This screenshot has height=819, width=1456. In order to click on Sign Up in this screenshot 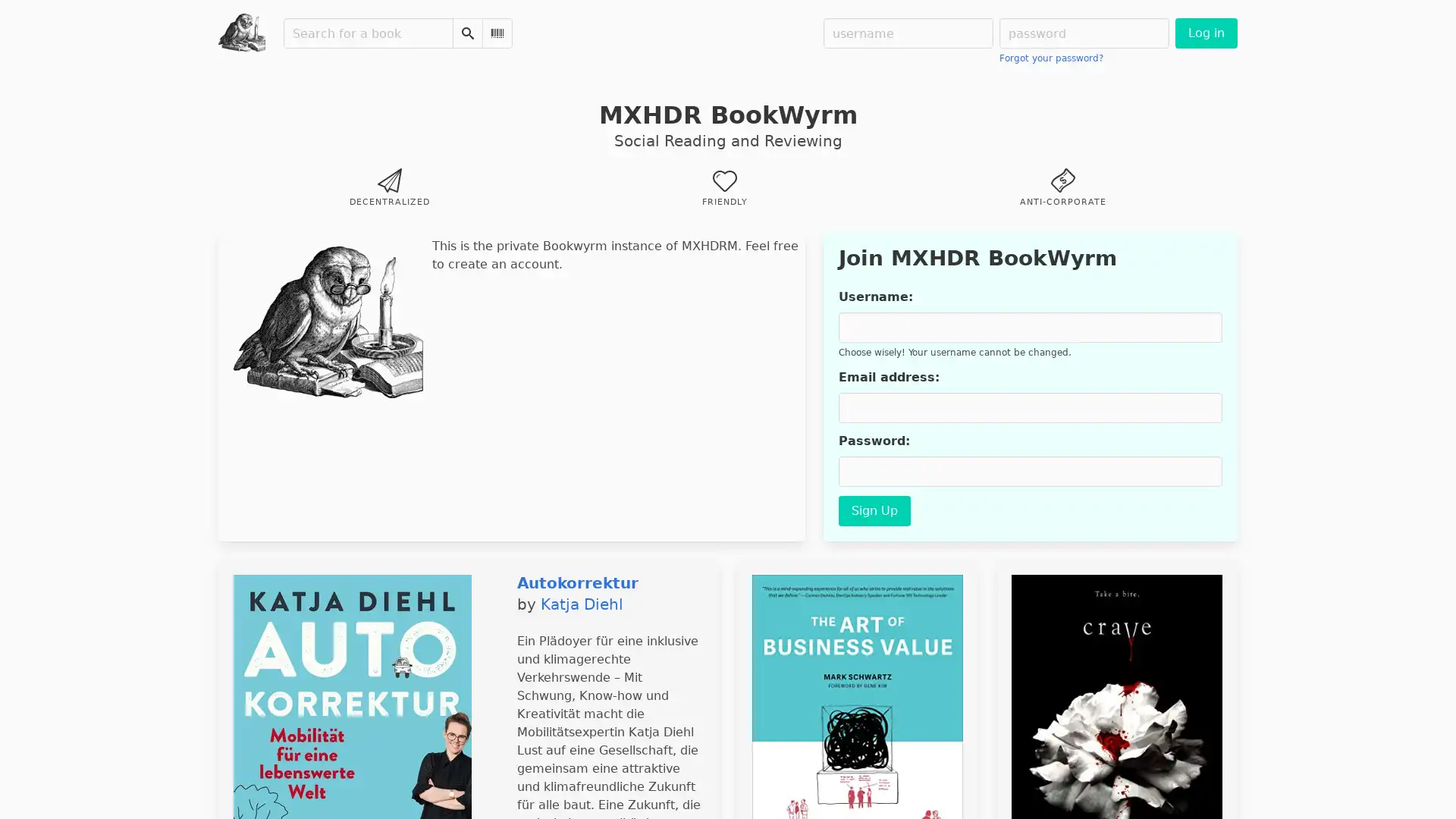, I will do `click(874, 511)`.